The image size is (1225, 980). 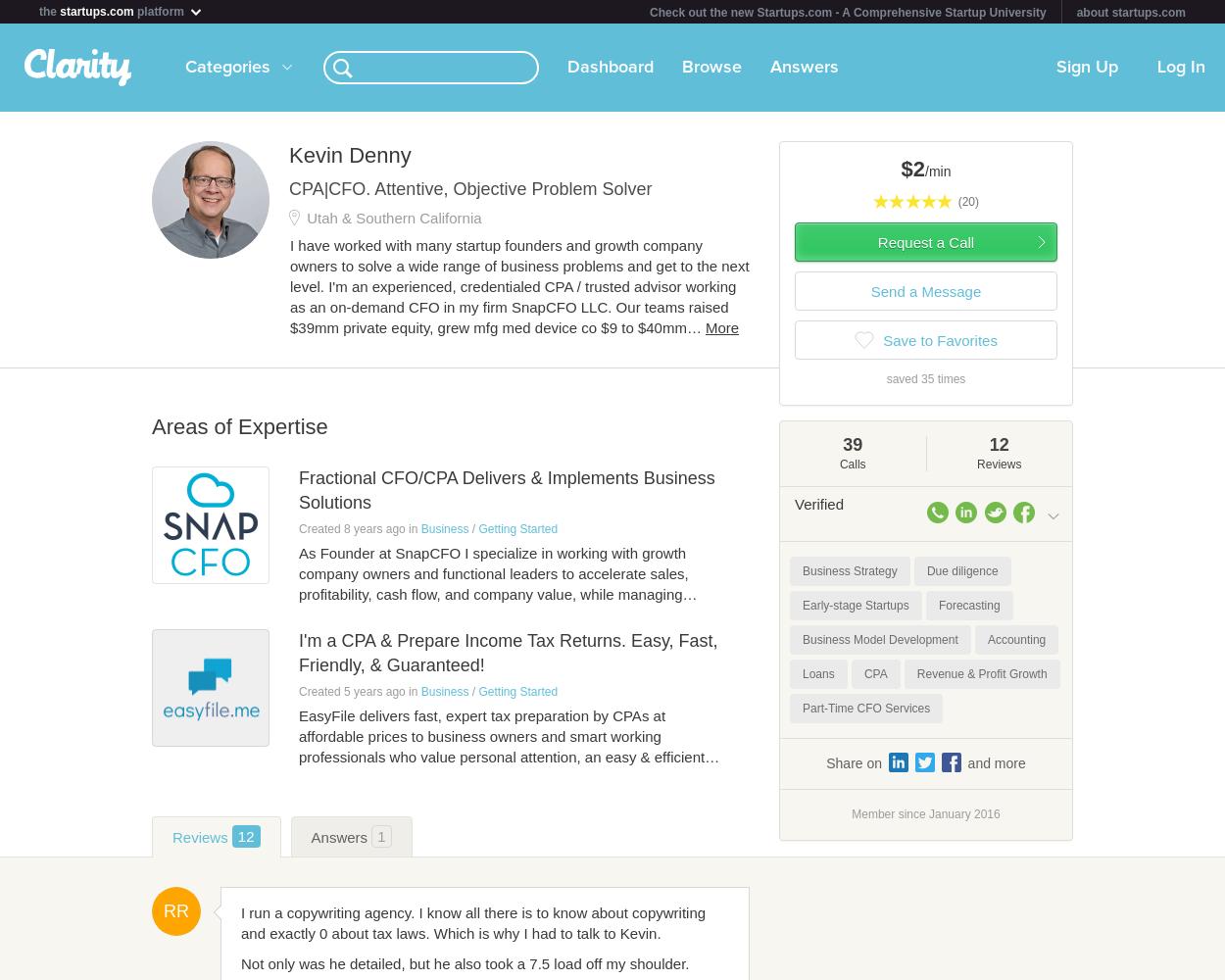 I want to click on 'the', so click(x=39, y=12).